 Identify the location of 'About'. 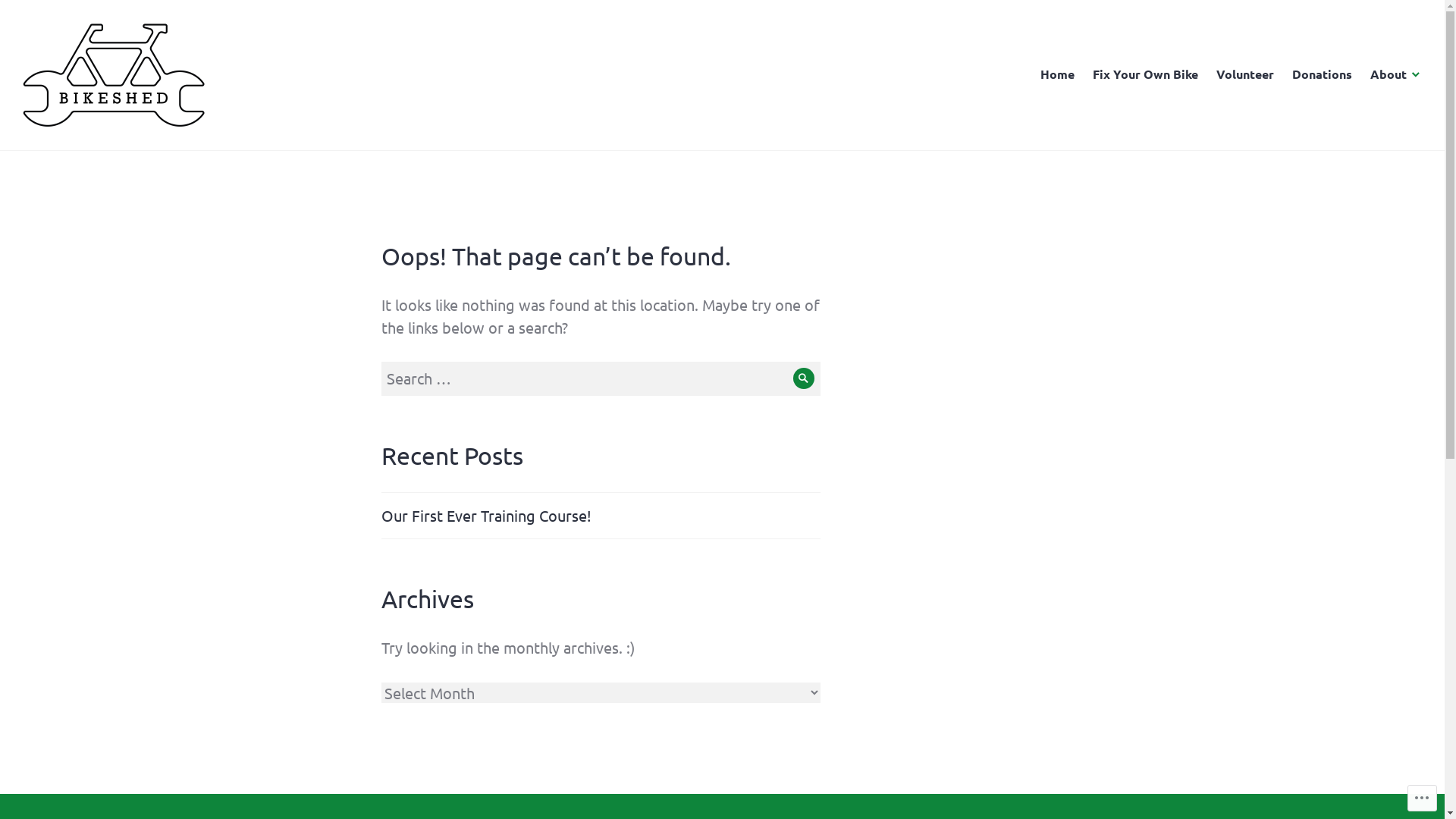
(1370, 75).